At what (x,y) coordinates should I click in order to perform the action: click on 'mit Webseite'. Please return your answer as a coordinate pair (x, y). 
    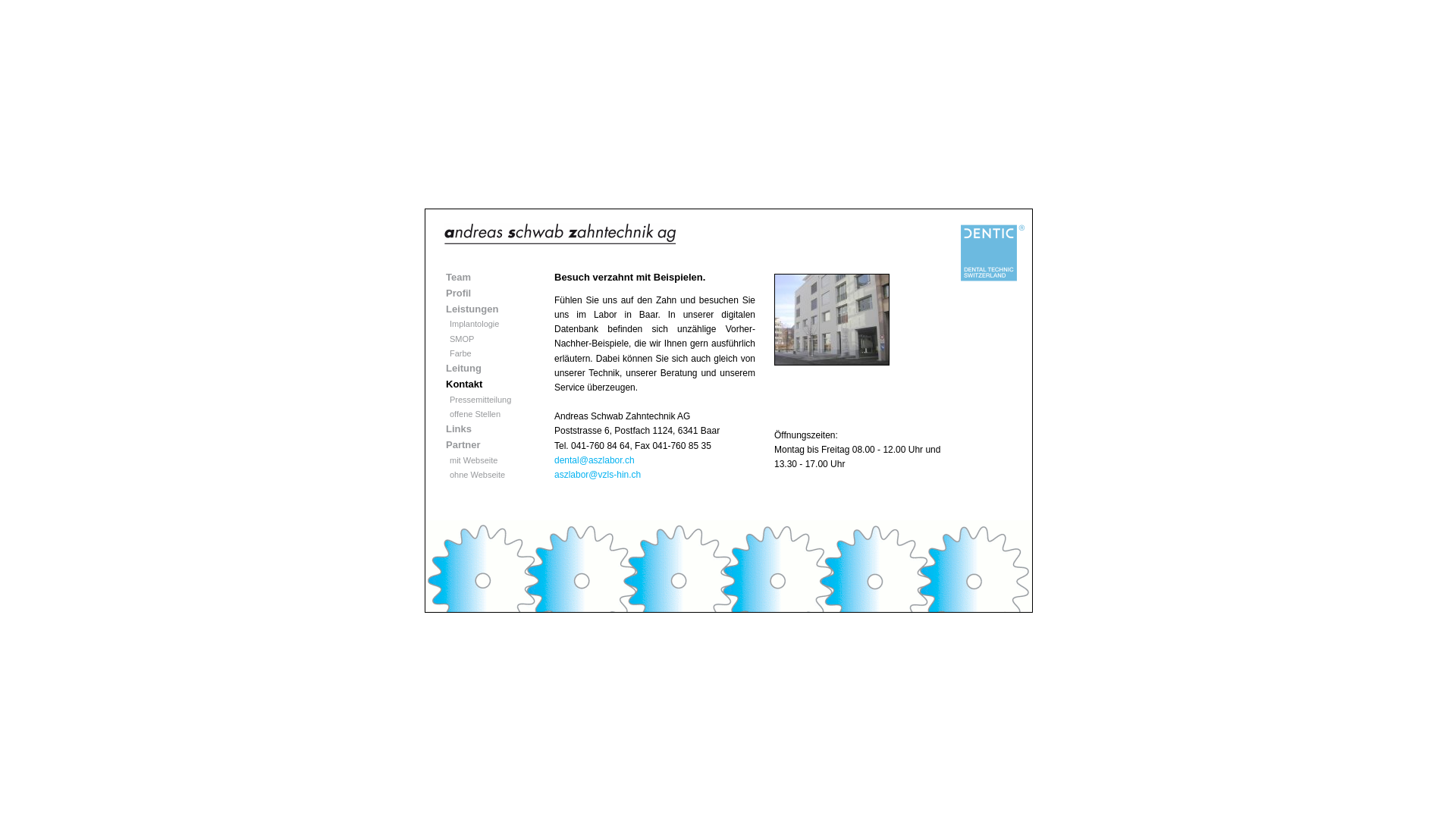
    Looking at the image, I should click on (472, 459).